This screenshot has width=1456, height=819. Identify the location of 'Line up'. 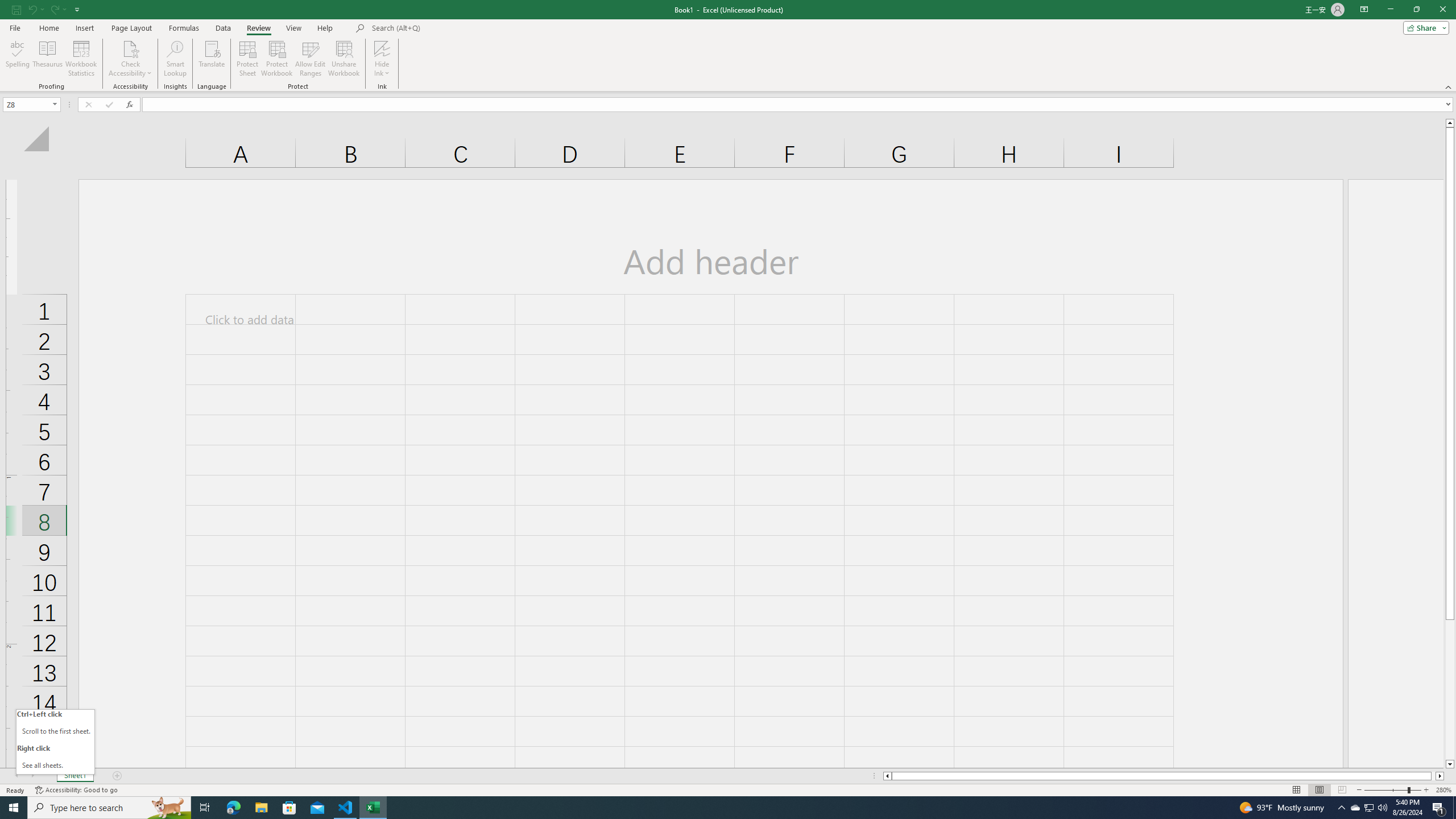
(1449, 122).